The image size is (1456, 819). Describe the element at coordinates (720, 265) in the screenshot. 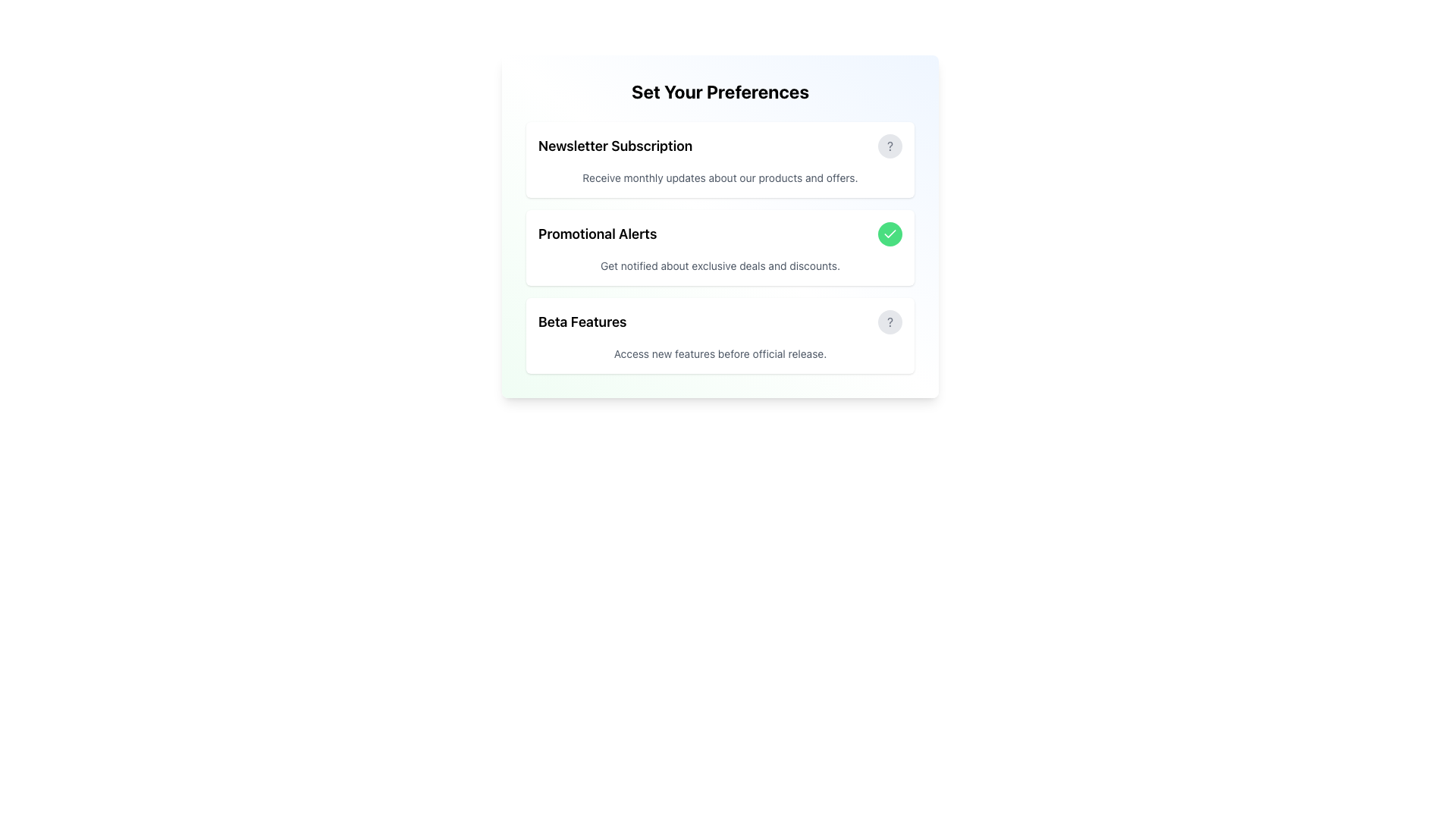

I see `the text label that reads 'Get notified about exclusive deals and discounts.' which is located beneath the 'Promotional Alerts' heading` at that location.